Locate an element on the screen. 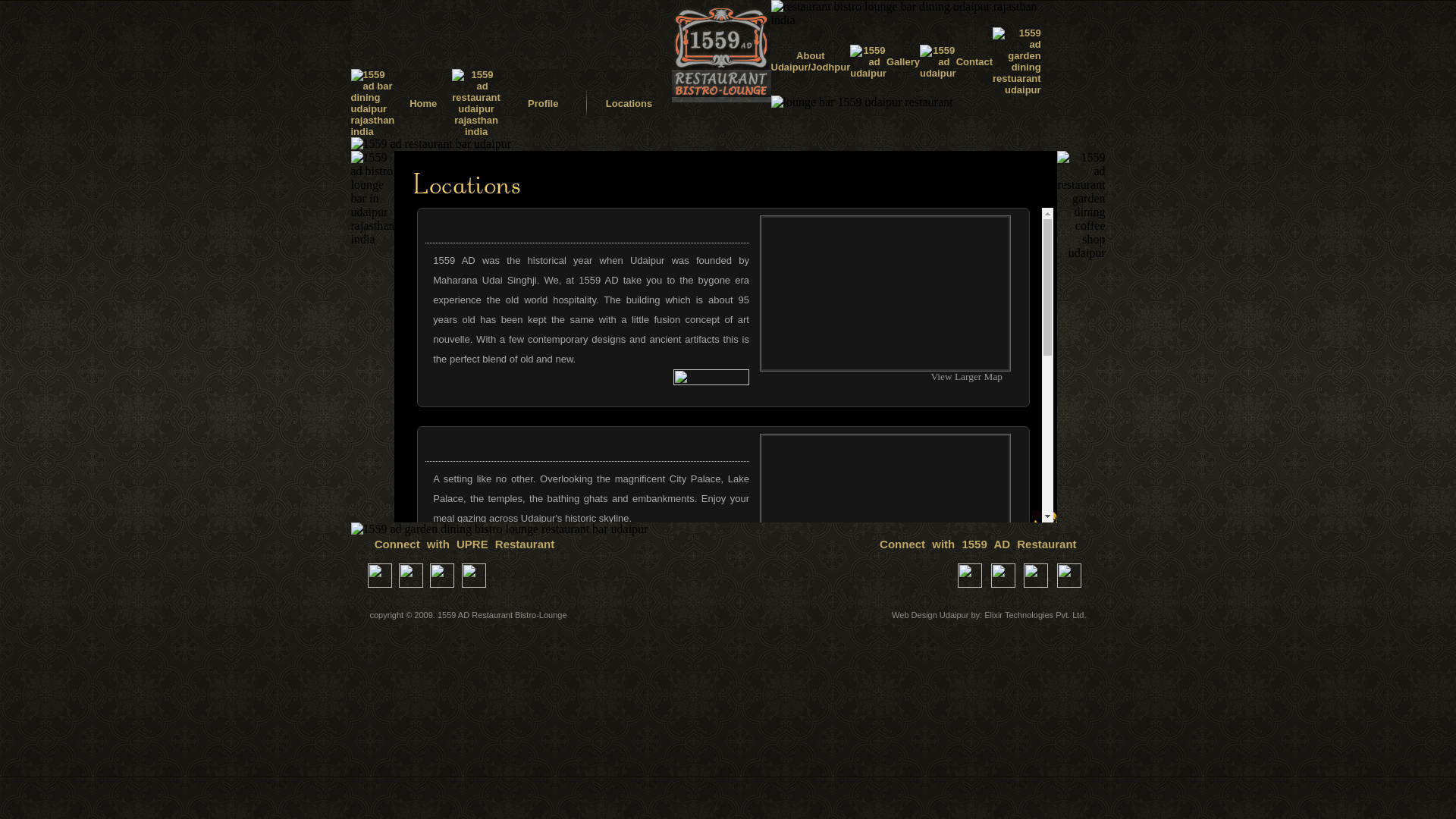  'Elixir Technologies Pvt. Ltd.' is located at coordinates (984, 614).